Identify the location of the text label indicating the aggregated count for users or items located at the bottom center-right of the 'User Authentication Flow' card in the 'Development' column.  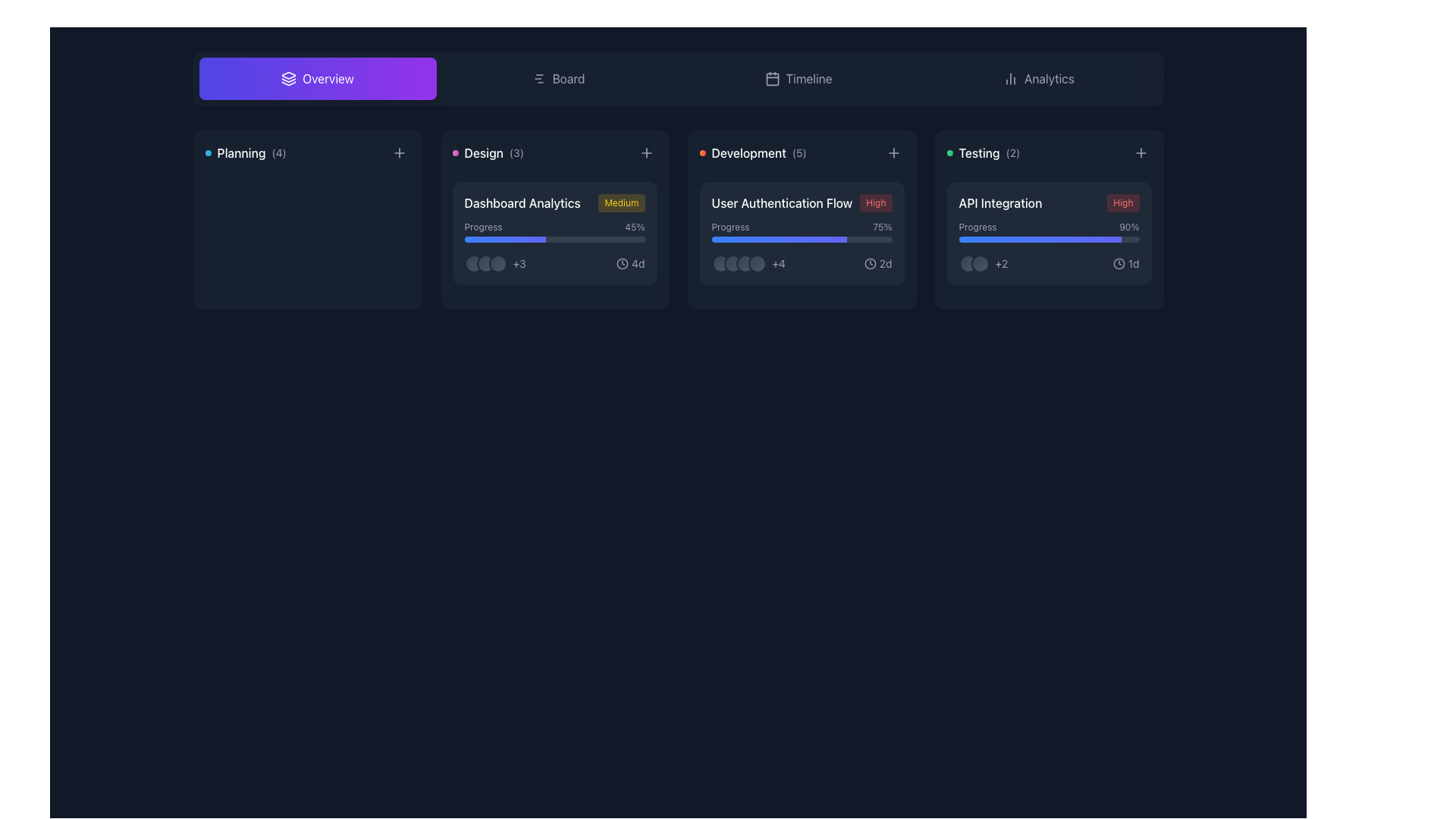
(779, 262).